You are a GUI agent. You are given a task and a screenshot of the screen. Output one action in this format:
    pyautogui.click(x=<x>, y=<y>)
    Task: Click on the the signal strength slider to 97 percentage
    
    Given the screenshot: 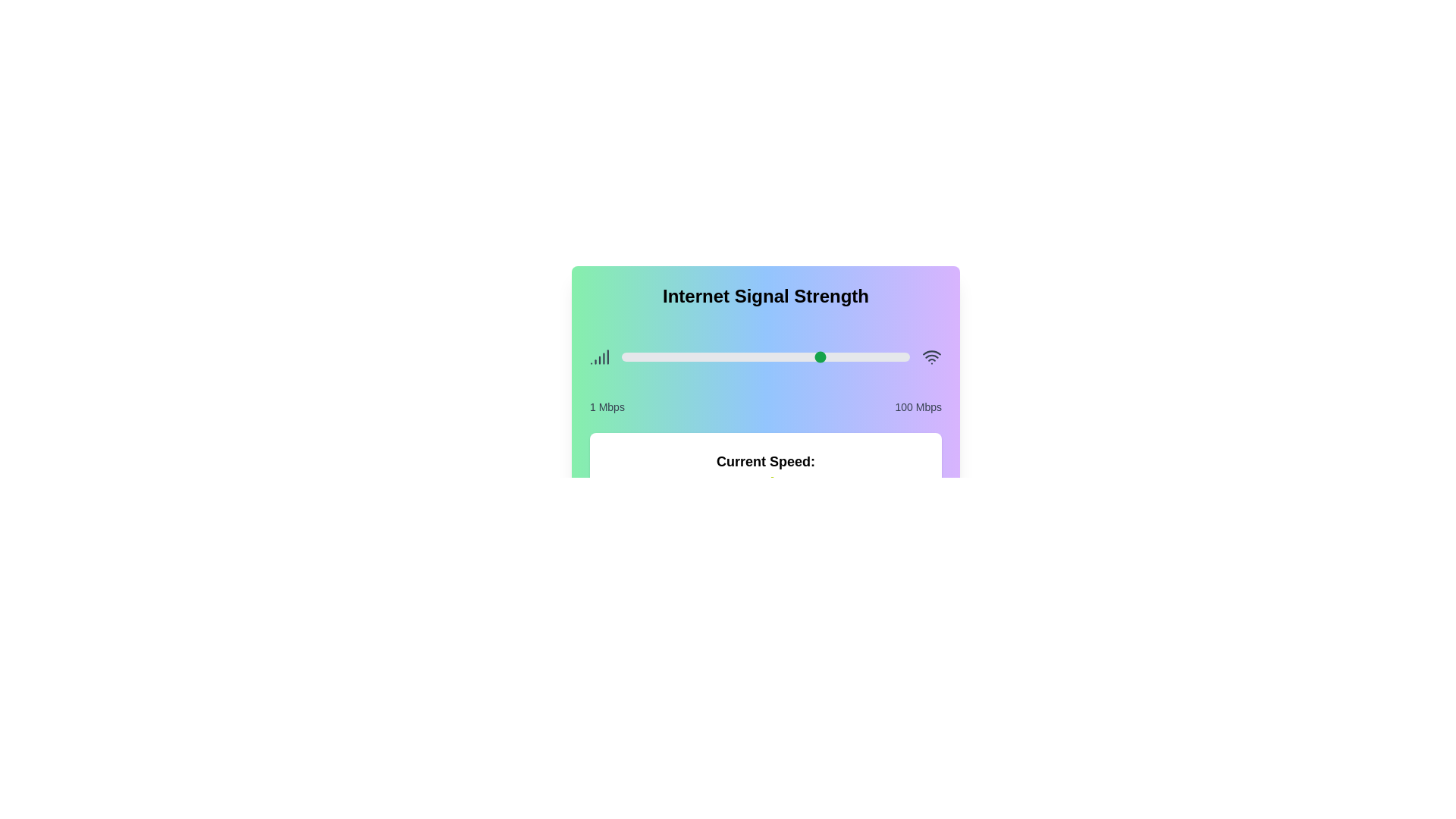 What is the action you would take?
    pyautogui.click(x=900, y=356)
    